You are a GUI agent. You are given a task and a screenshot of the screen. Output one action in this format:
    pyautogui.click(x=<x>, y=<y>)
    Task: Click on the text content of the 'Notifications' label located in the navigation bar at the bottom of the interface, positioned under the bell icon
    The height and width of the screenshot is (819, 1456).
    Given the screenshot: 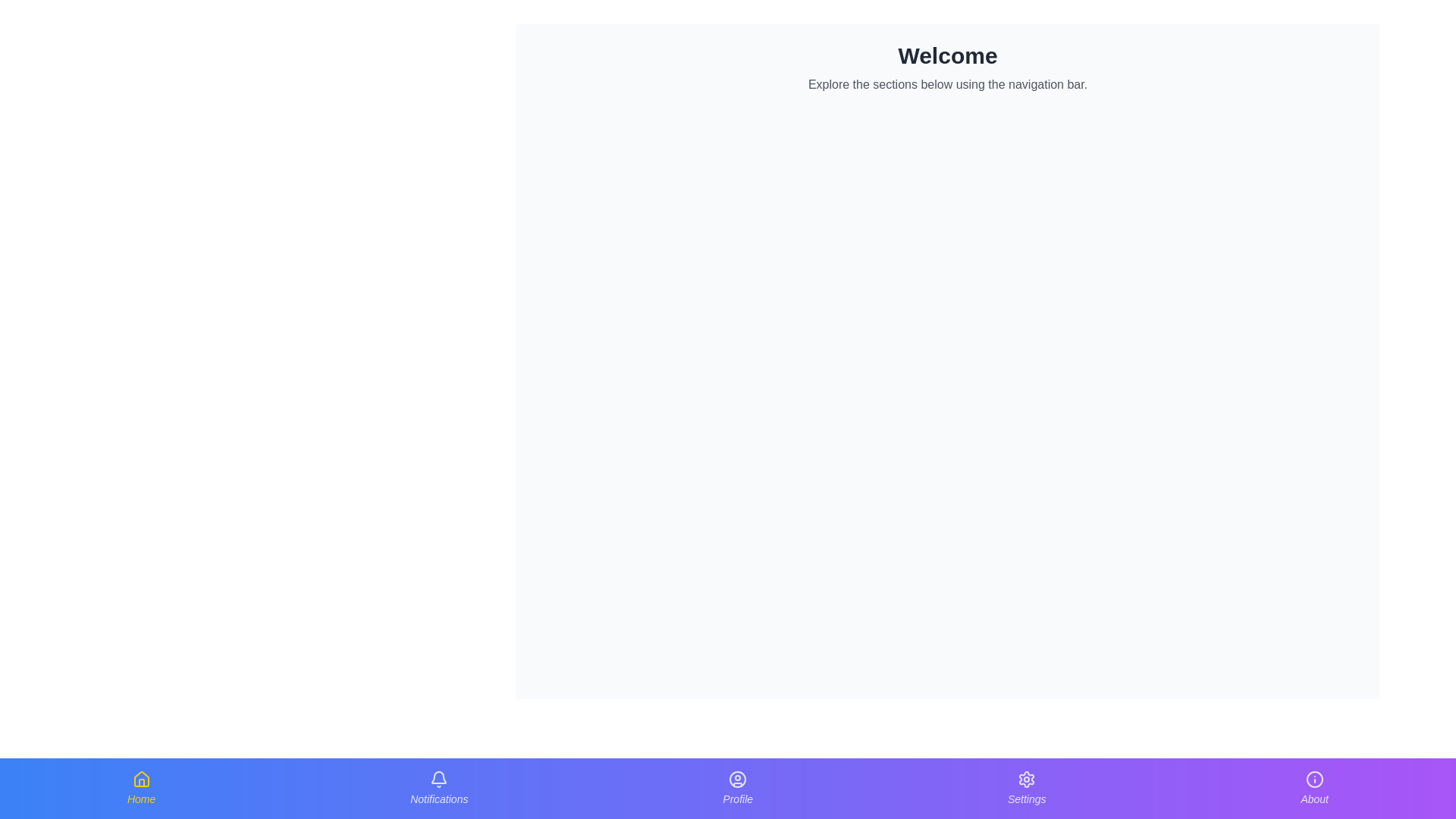 What is the action you would take?
    pyautogui.click(x=438, y=798)
    